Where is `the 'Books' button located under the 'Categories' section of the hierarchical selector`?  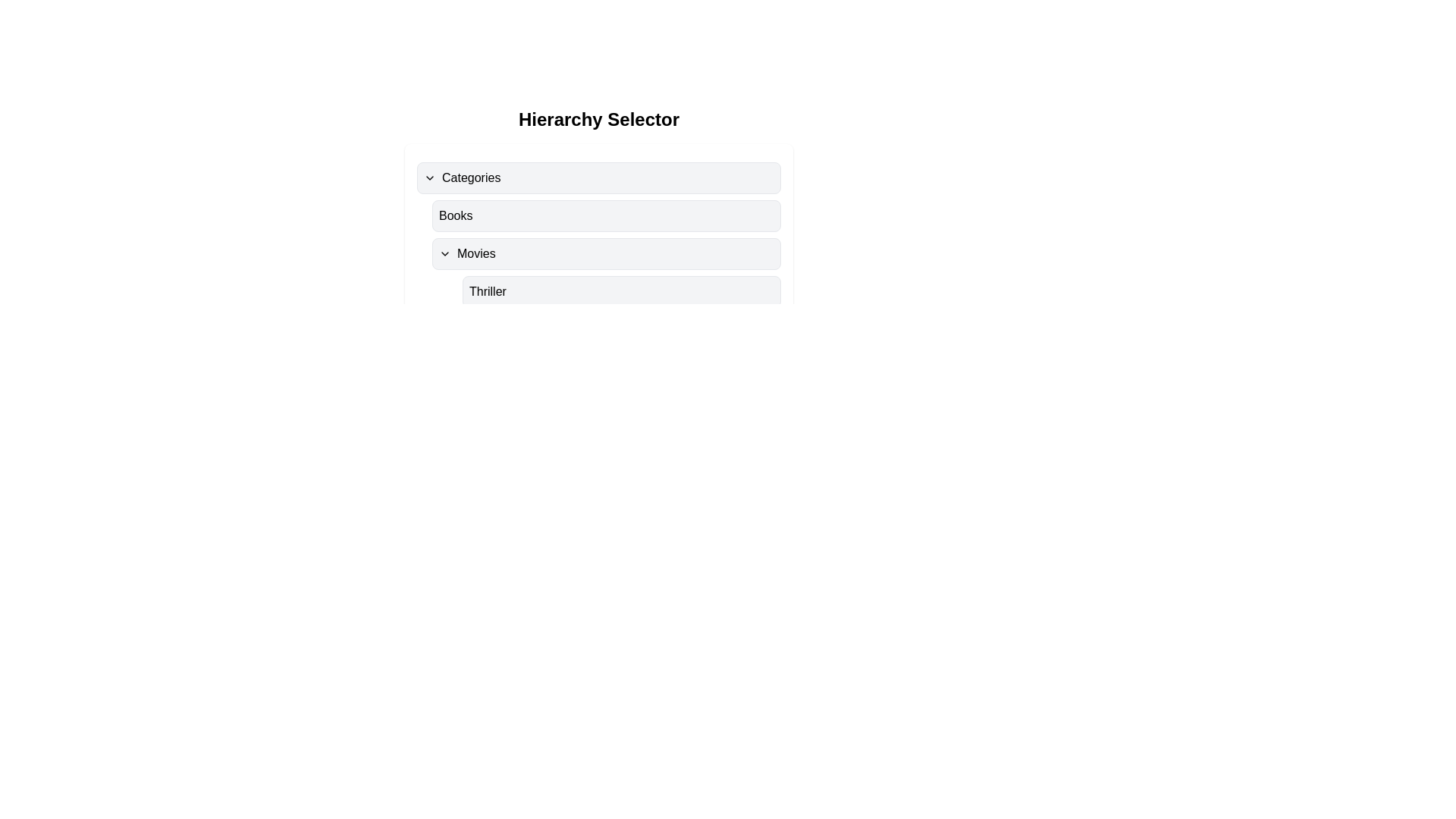 the 'Books' button located under the 'Categories' section of the hierarchical selector is located at coordinates (598, 234).